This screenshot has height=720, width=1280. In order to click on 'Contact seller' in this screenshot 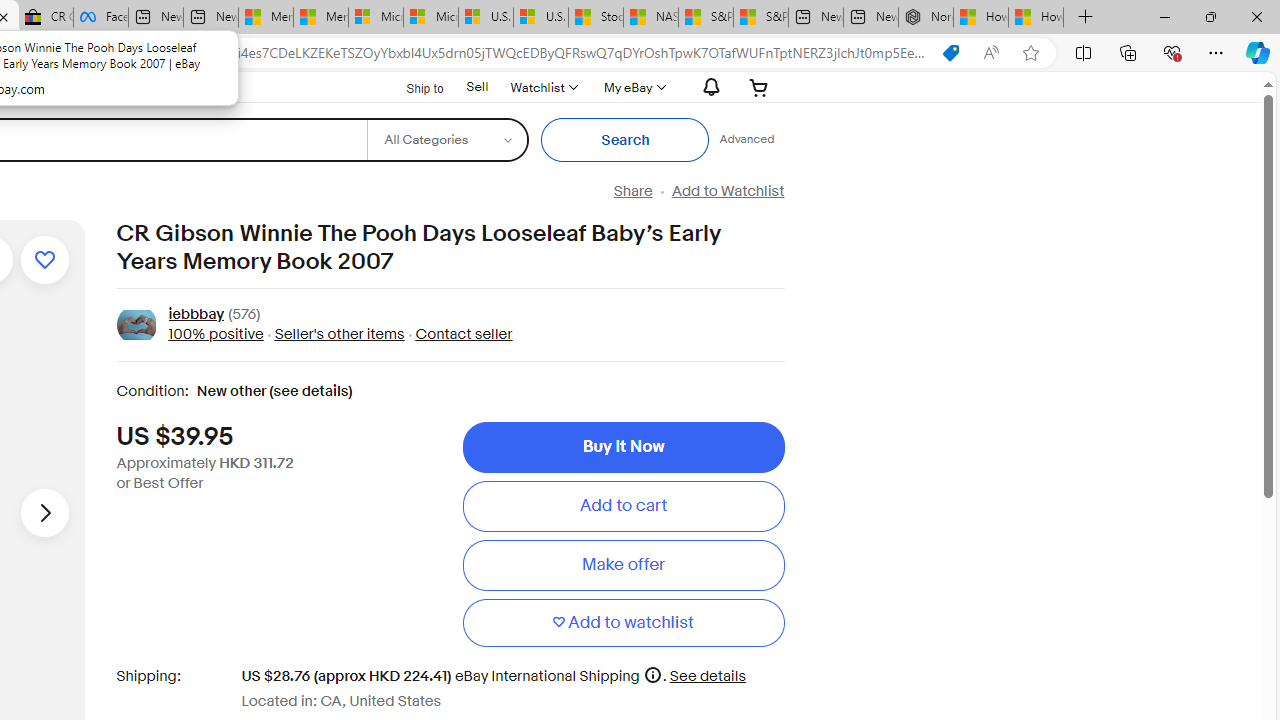, I will do `click(463, 333)`.